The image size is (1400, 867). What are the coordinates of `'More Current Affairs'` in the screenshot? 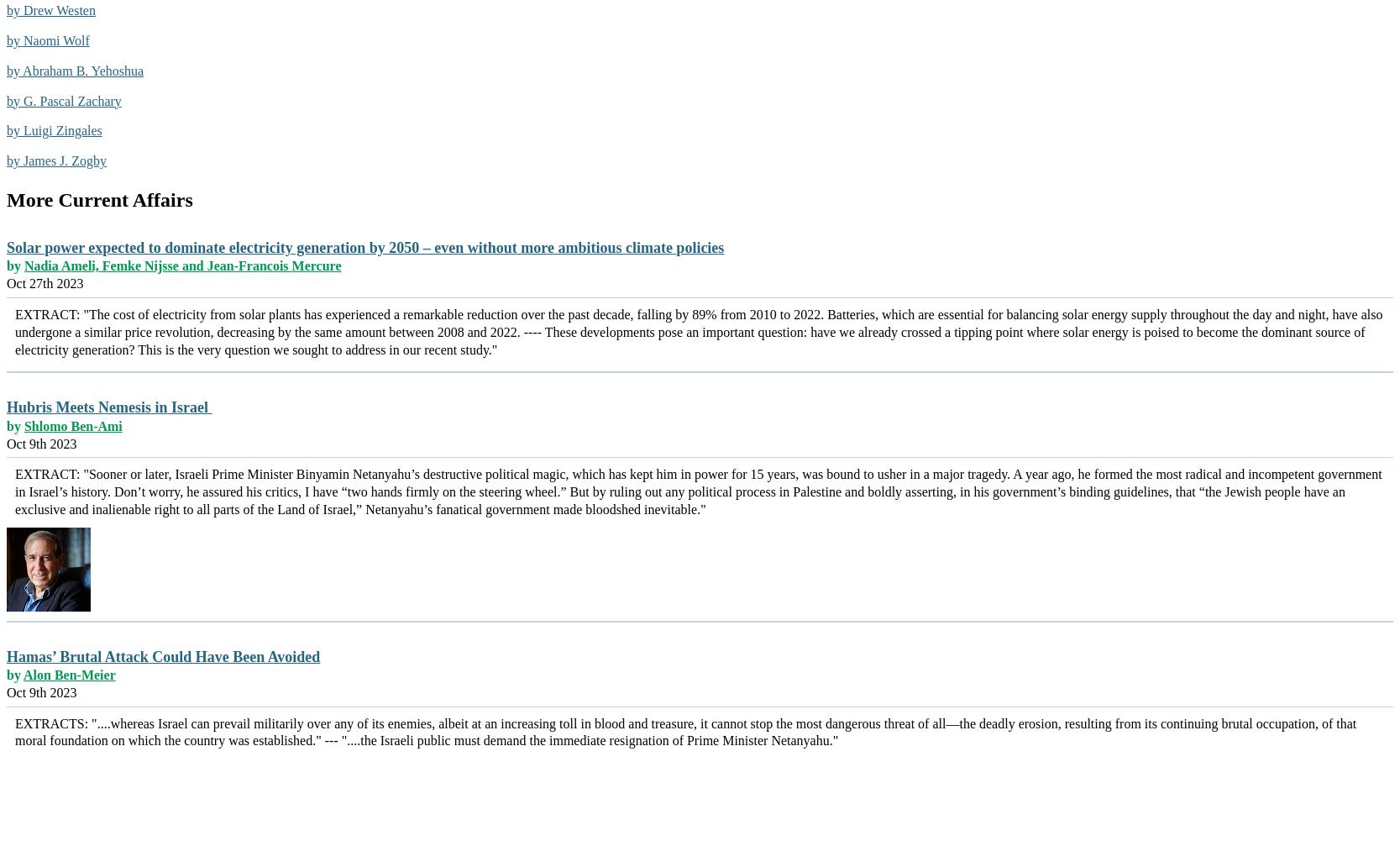 It's located at (98, 198).